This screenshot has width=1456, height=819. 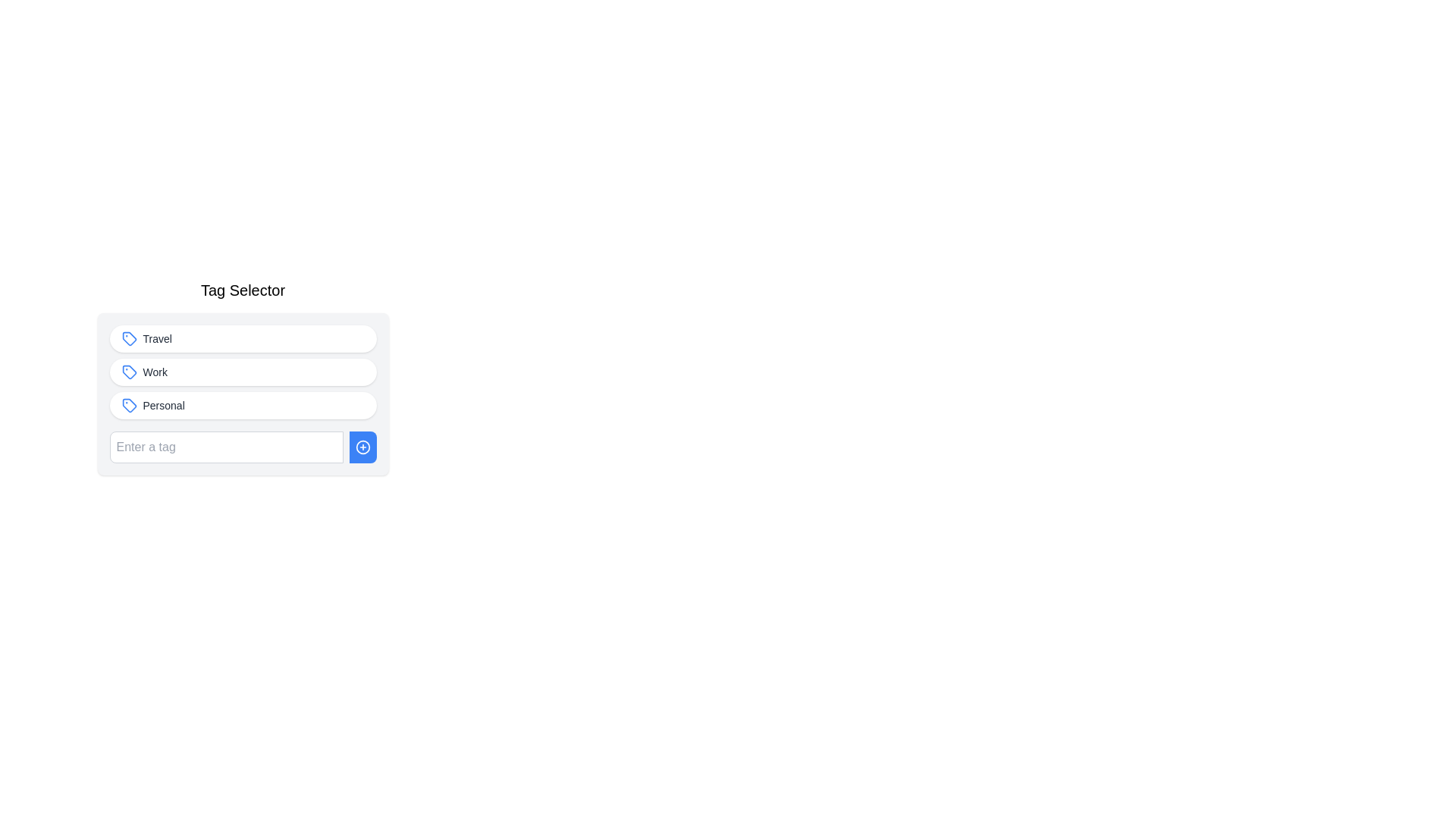 What do you see at coordinates (129, 405) in the screenshot?
I see `the decorative icon for the 'Personal' list item, which is the third item in a vertical list and is positioned to the left of the label 'Personal'` at bounding box center [129, 405].